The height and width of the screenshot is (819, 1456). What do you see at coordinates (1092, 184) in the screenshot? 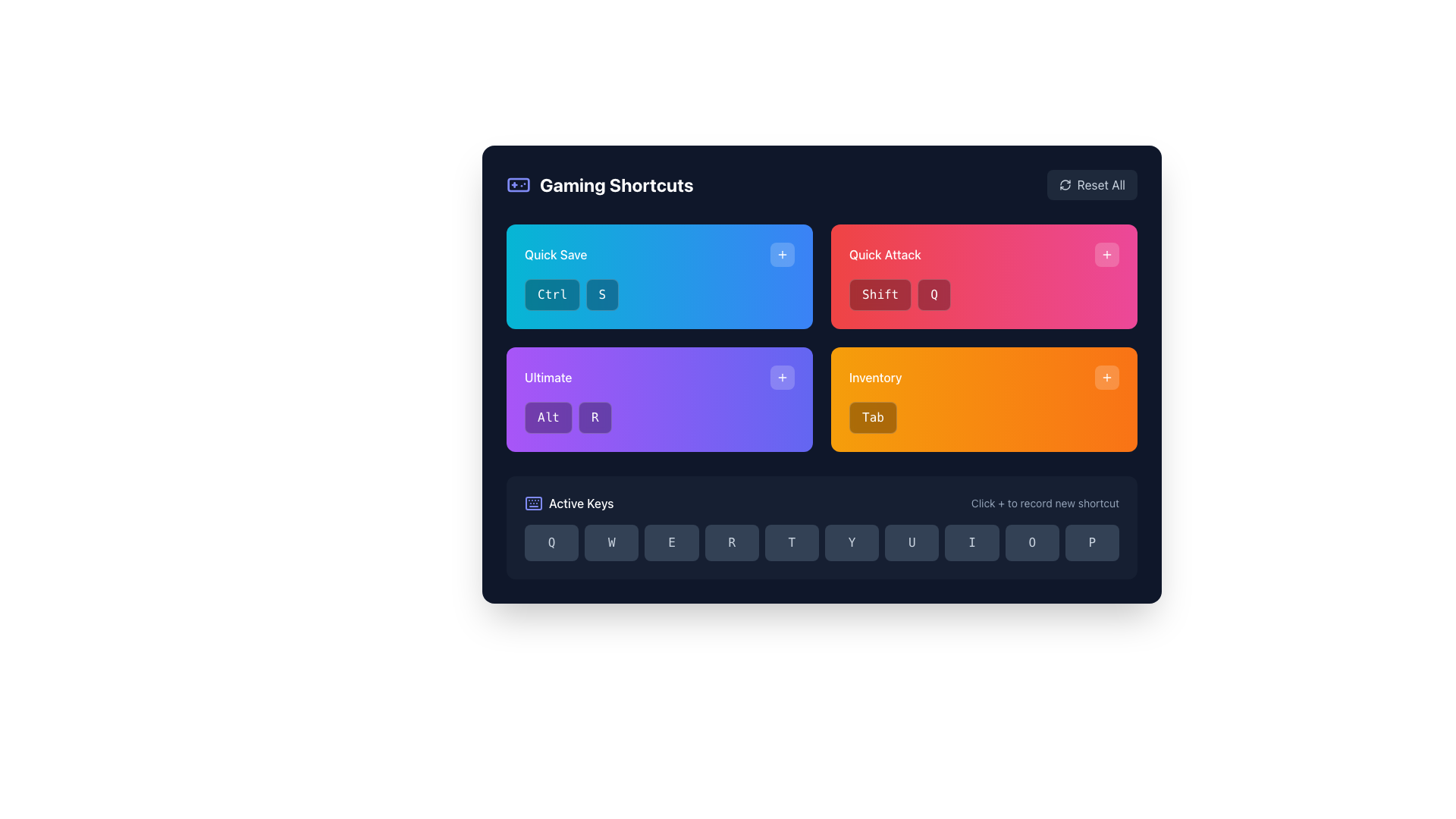
I see `the reset settings button located in the top-right corner adjacent to the 'Gaming Shortcuts' heading` at bounding box center [1092, 184].